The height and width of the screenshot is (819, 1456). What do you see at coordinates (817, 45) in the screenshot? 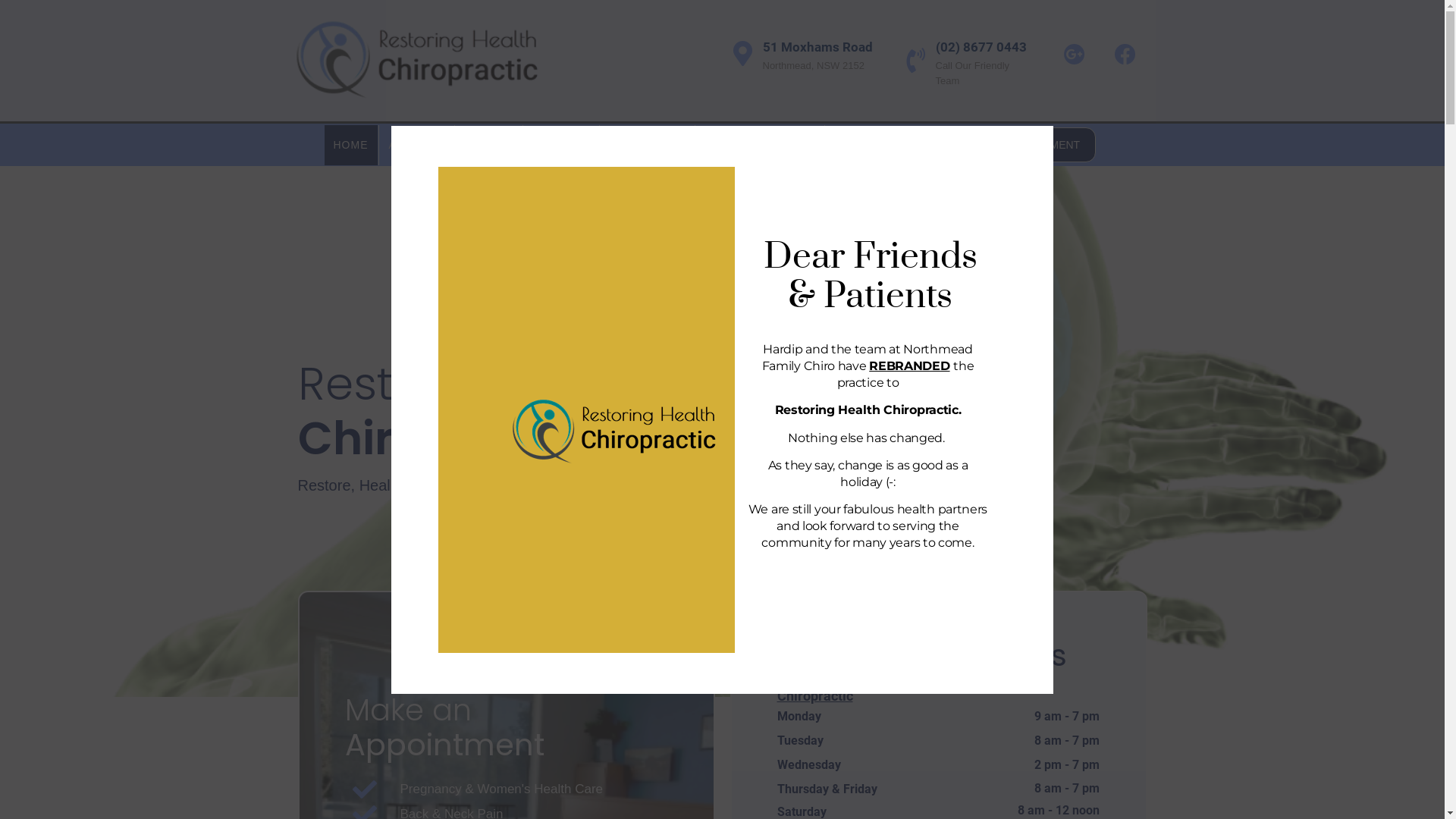
I see `'51 Moxhams Road'` at bounding box center [817, 45].